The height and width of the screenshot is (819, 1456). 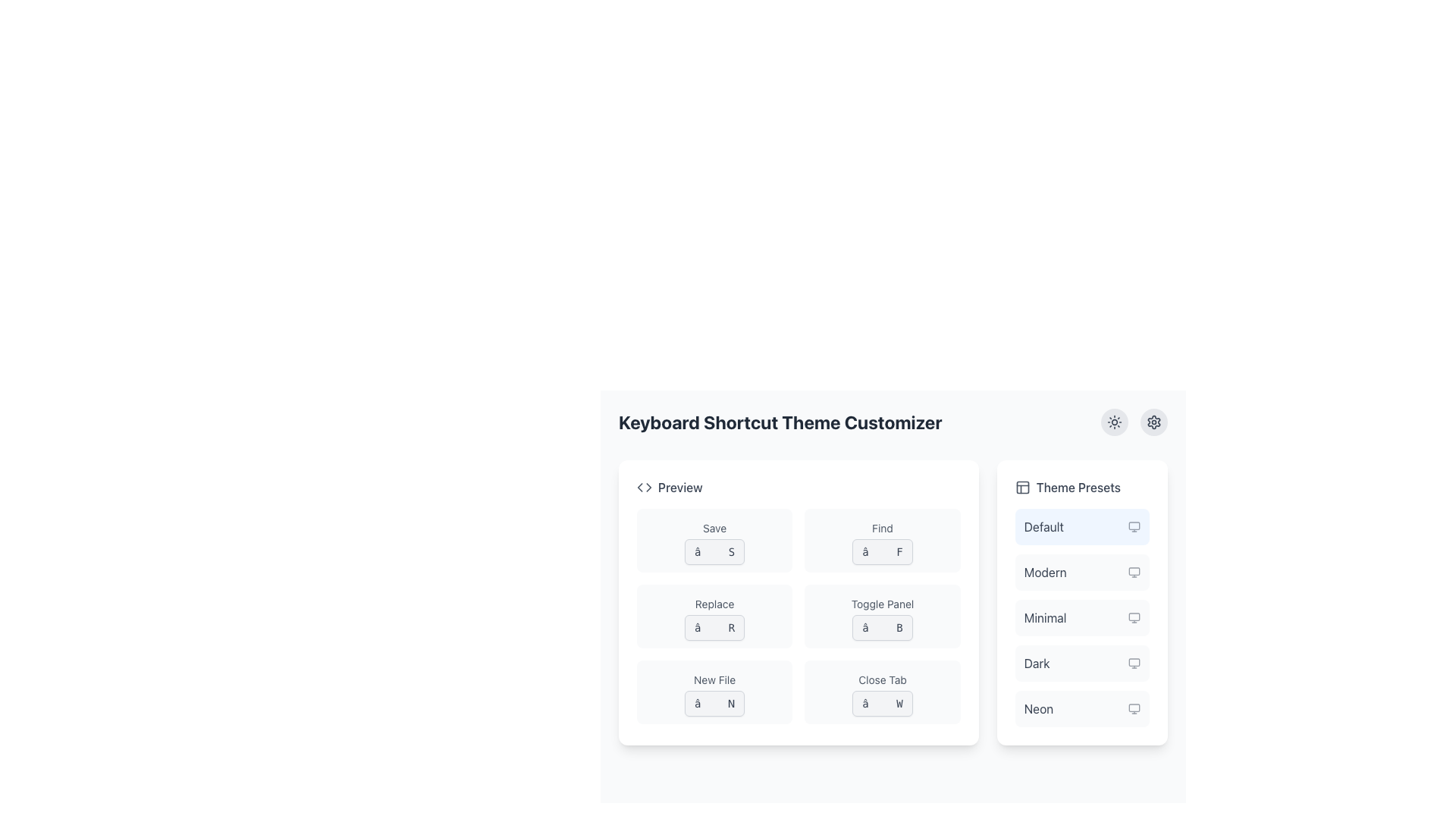 What do you see at coordinates (1134, 661) in the screenshot?
I see `the icon representing the 'Dark' theme option in the Theme Presets list, which is visually styled to resemble a monitor icon and located on the right section of the list` at bounding box center [1134, 661].